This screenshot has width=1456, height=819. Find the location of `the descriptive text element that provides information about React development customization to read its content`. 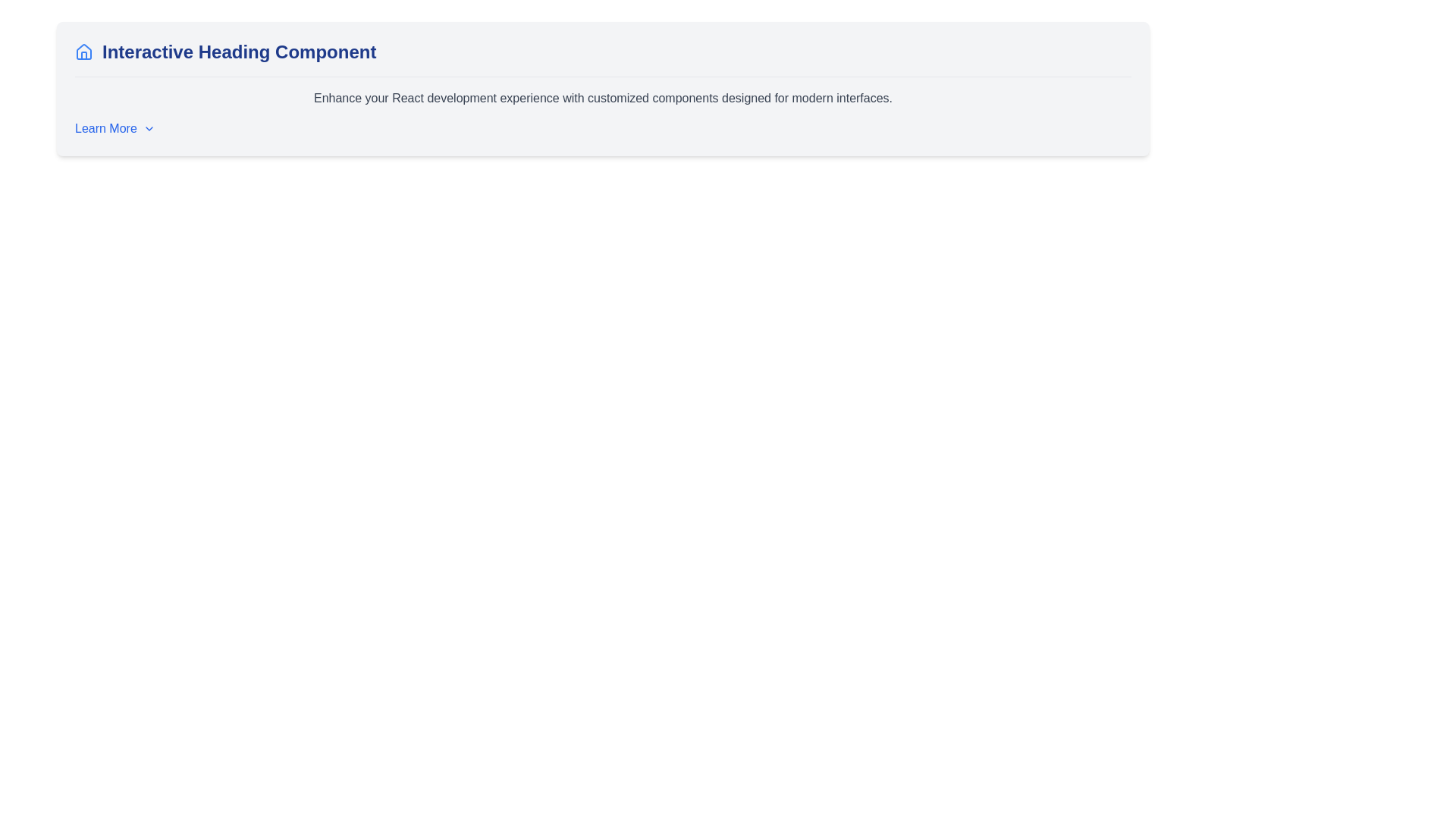

the descriptive text element that provides information about React development customization to read its content is located at coordinates (602, 99).